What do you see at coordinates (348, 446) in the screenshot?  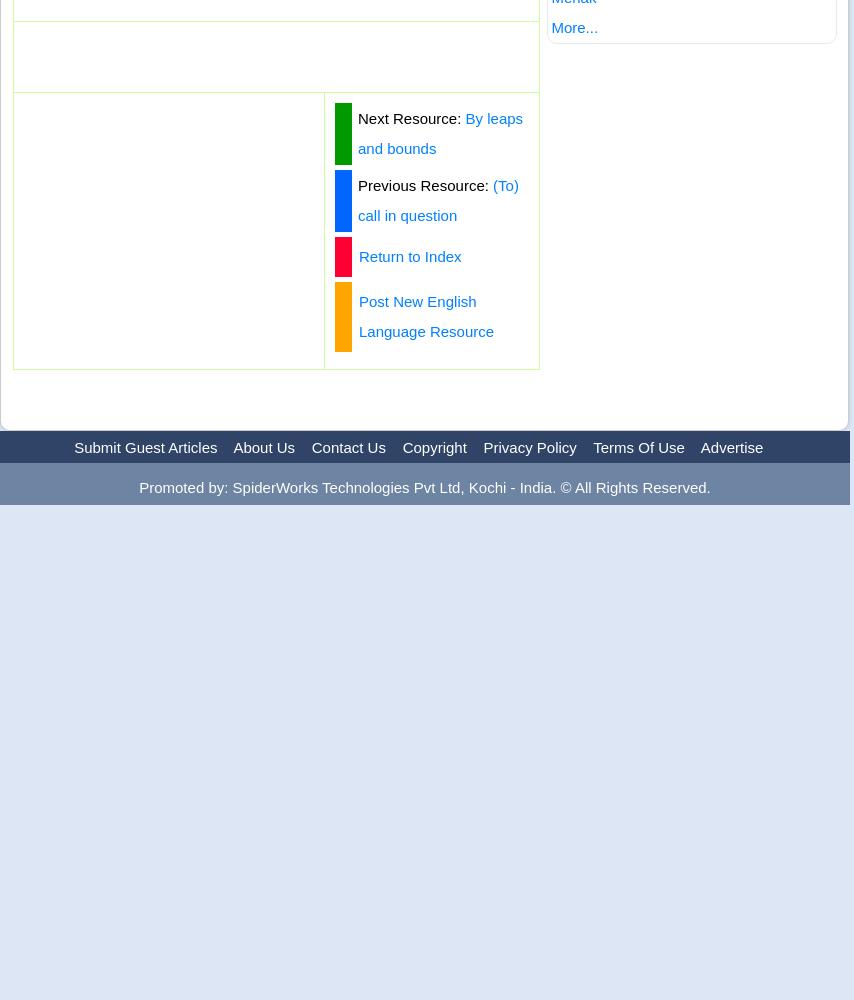 I see `'Contact Us'` at bounding box center [348, 446].